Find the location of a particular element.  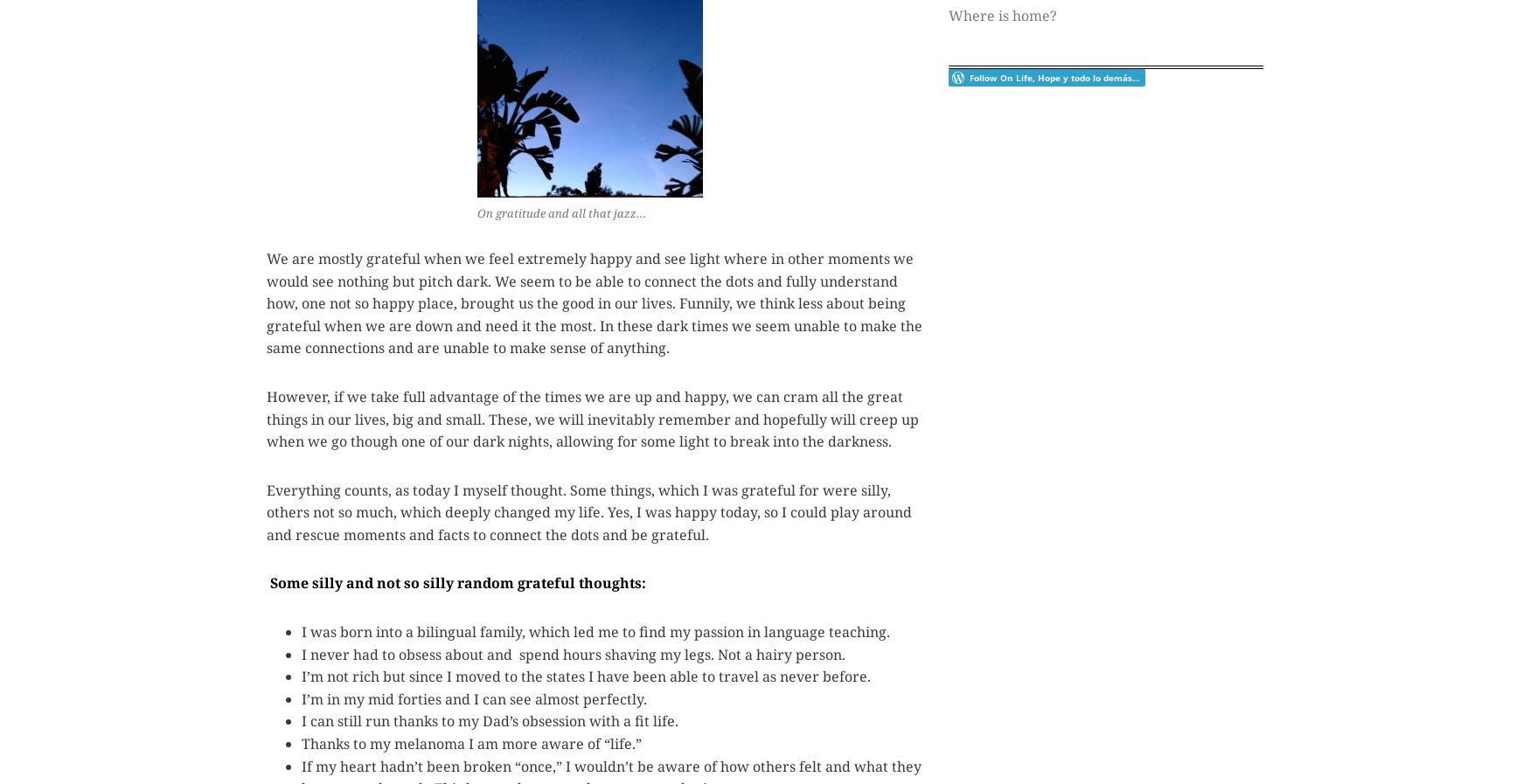

'Everything counts, as today I myself thought. Some things, which I was grateful for were silly, others not so much, which deeply changed my life. Yes, I was happy today, so I could play around and rescue moments and facts to connect the dots and be grateful.' is located at coordinates (266, 511).